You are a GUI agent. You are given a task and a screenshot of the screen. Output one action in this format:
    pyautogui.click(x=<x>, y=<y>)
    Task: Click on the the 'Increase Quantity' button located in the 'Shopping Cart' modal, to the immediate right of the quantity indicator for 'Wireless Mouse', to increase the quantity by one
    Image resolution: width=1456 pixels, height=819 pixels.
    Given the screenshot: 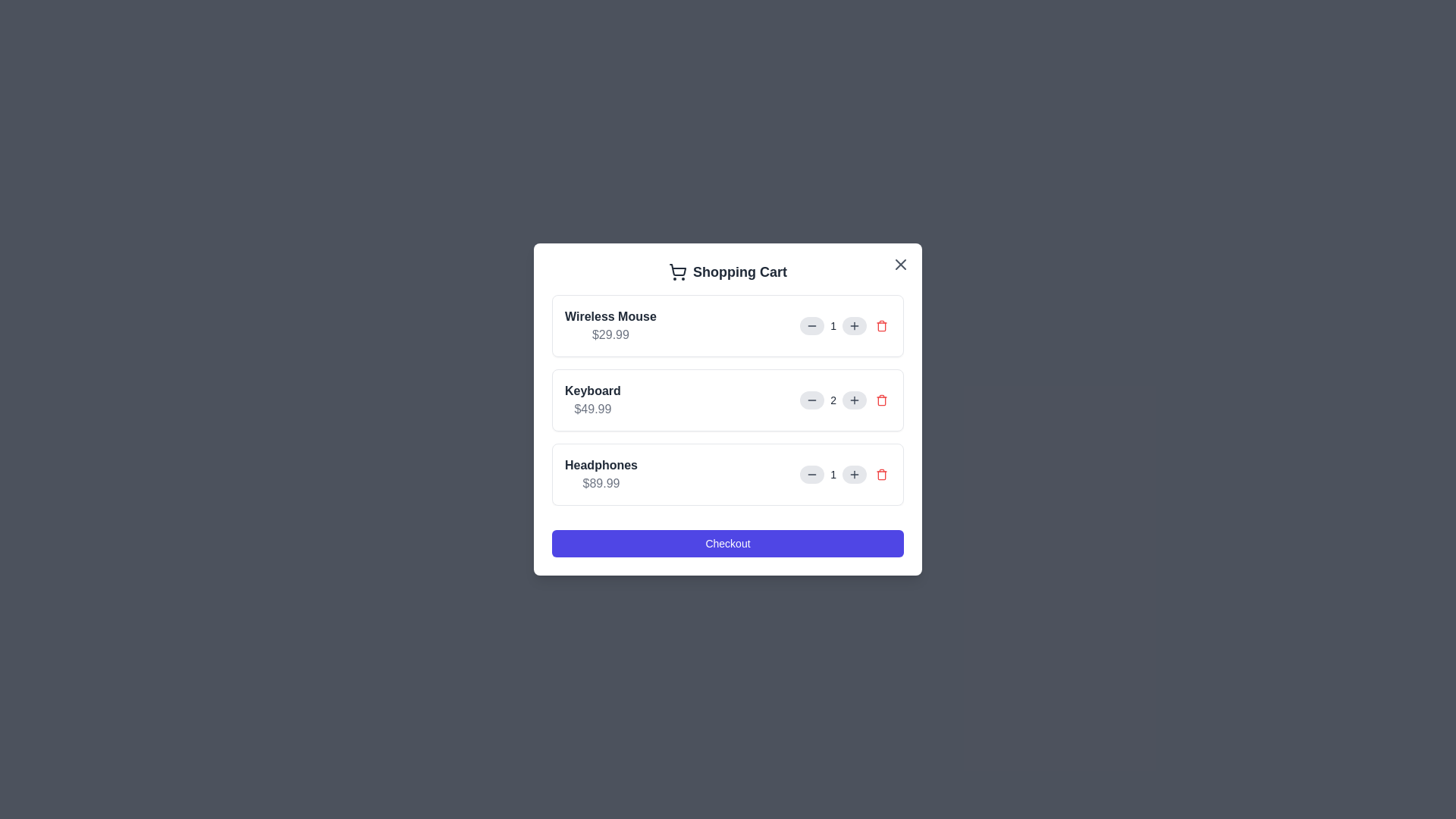 What is the action you would take?
    pyautogui.click(x=855, y=325)
    